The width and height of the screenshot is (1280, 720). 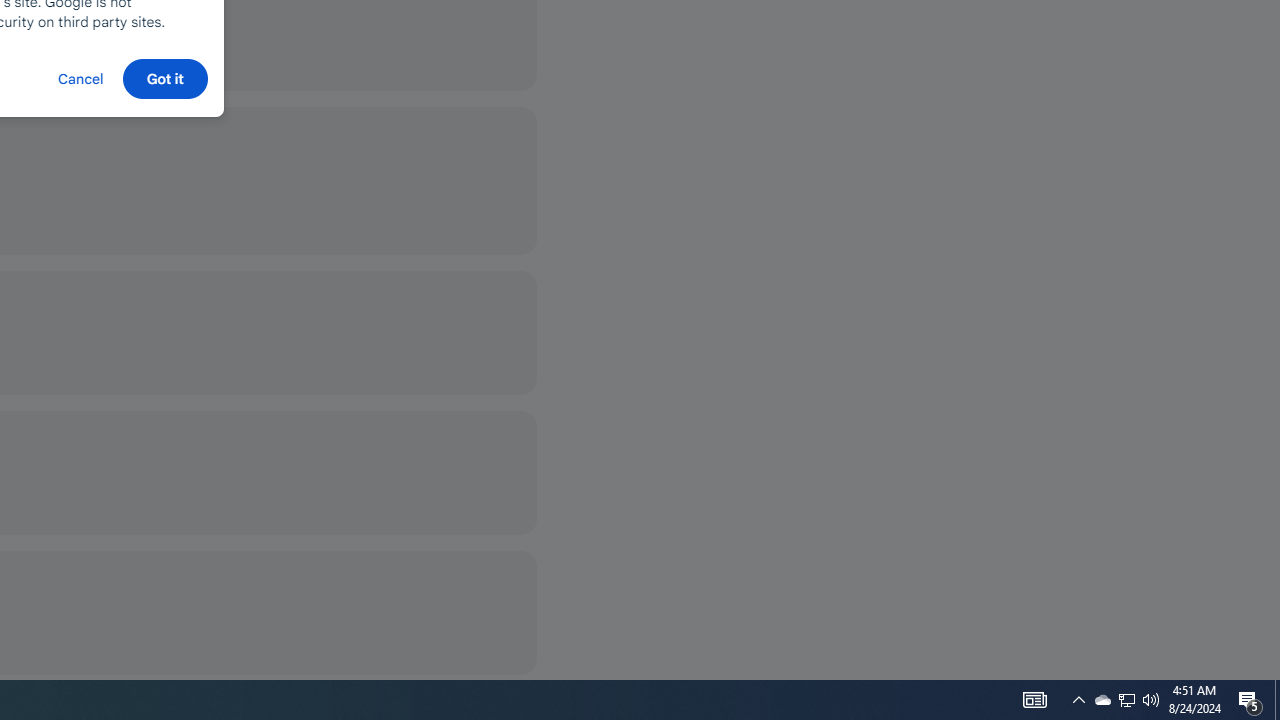 What do you see at coordinates (165, 77) in the screenshot?
I see `'Got it'` at bounding box center [165, 77].